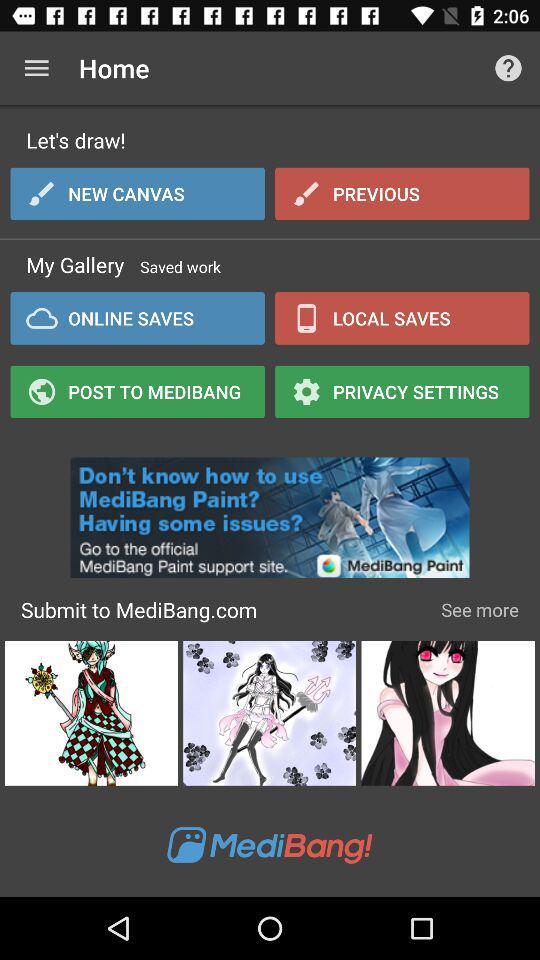 The image size is (540, 960). Describe the element at coordinates (402, 390) in the screenshot. I see `item to the right of the online saves` at that location.